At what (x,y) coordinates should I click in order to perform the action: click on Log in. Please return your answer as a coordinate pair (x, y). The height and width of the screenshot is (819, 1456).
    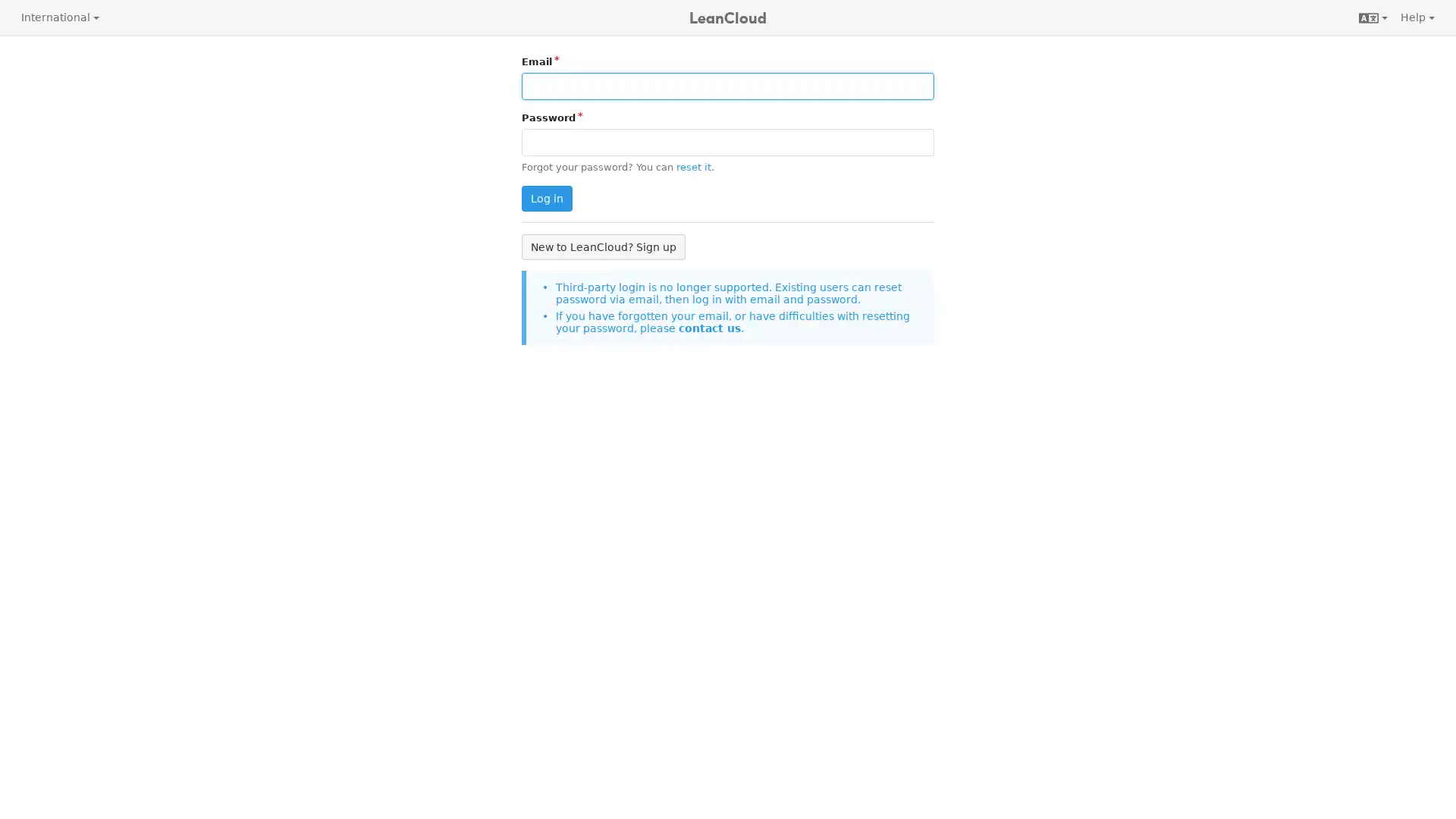
    Looking at the image, I should click on (546, 198).